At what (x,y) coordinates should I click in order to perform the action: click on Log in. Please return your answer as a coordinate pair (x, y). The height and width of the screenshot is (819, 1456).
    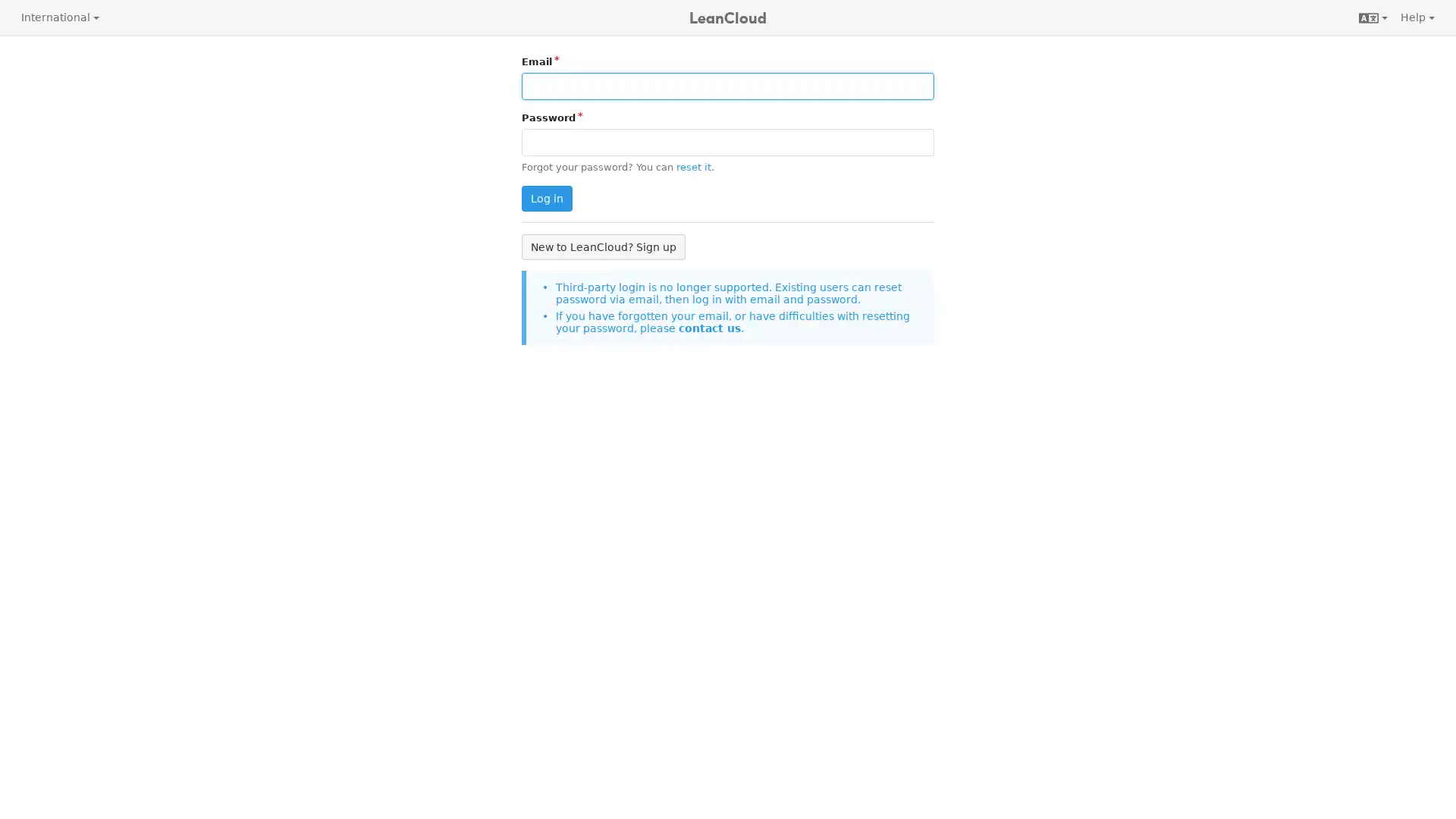
    Looking at the image, I should click on (546, 198).